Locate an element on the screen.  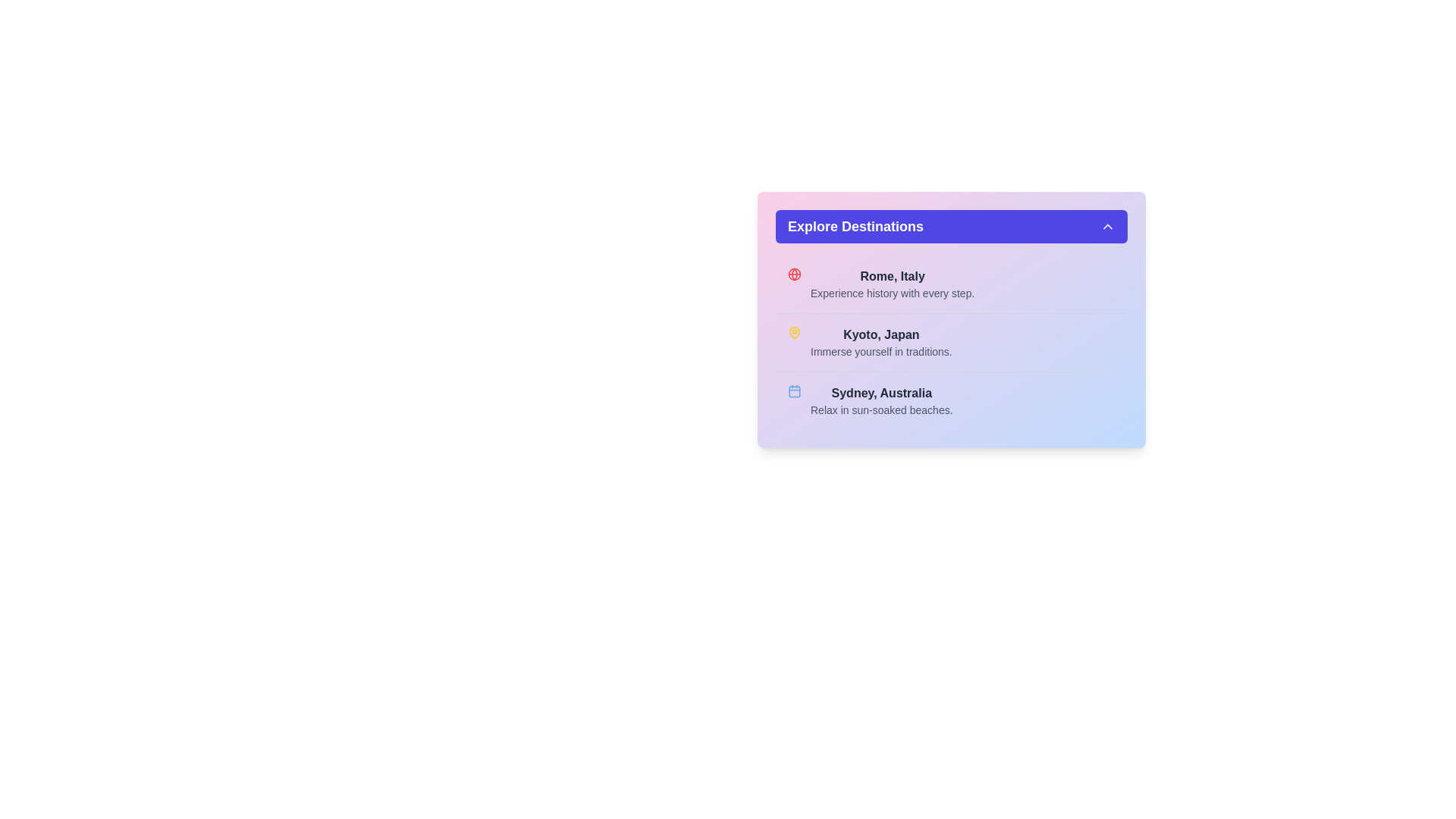
text label that reads 'Rome, Italy', which is styled in bold and dark gray font and located at the top of the list within the card titled 'Explore Destinations' is located at coordinates (893, 277).